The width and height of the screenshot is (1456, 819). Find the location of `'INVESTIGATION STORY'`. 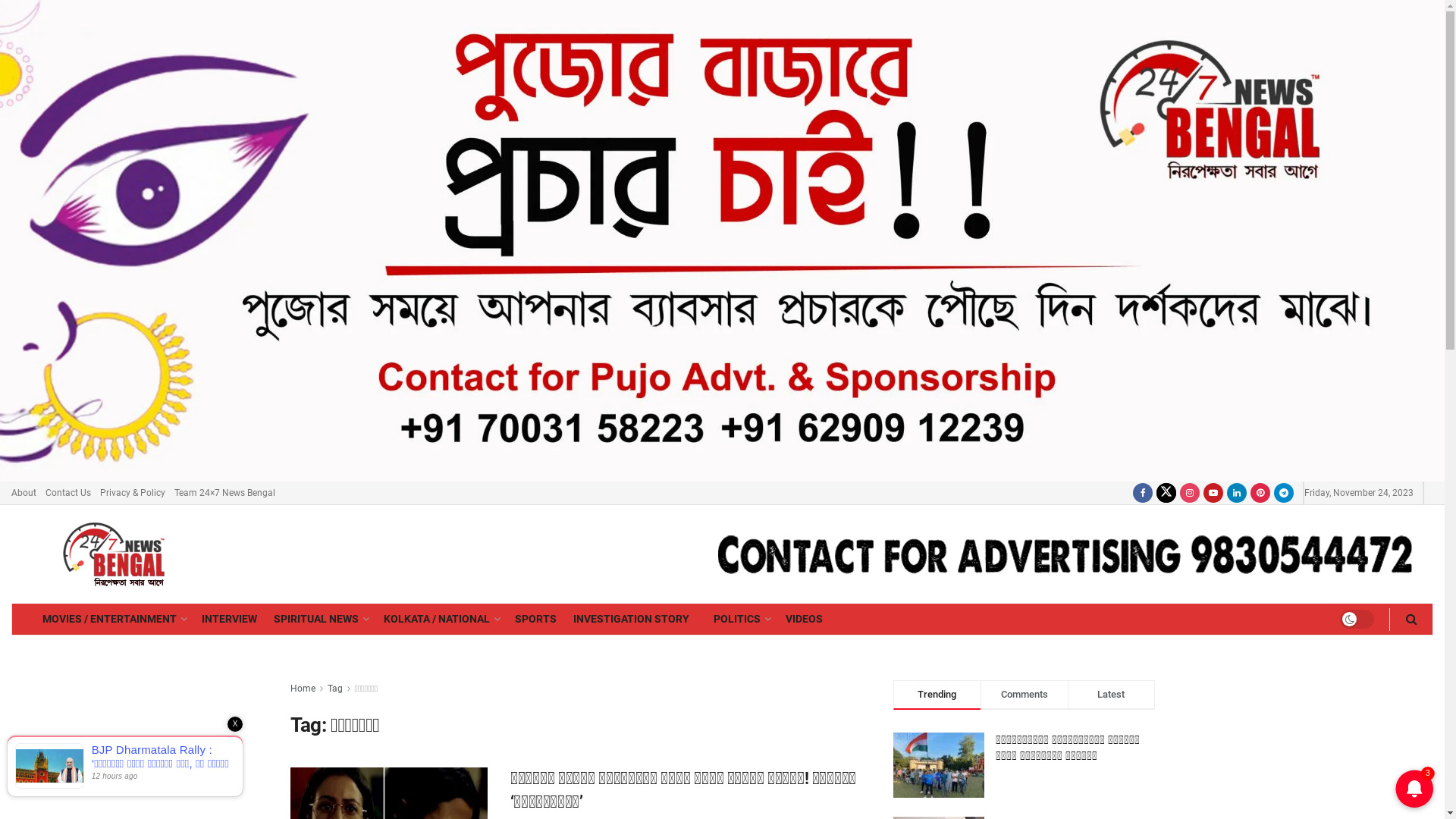

'INVESTIGATION STORY' is located at coordinates (631, 619).